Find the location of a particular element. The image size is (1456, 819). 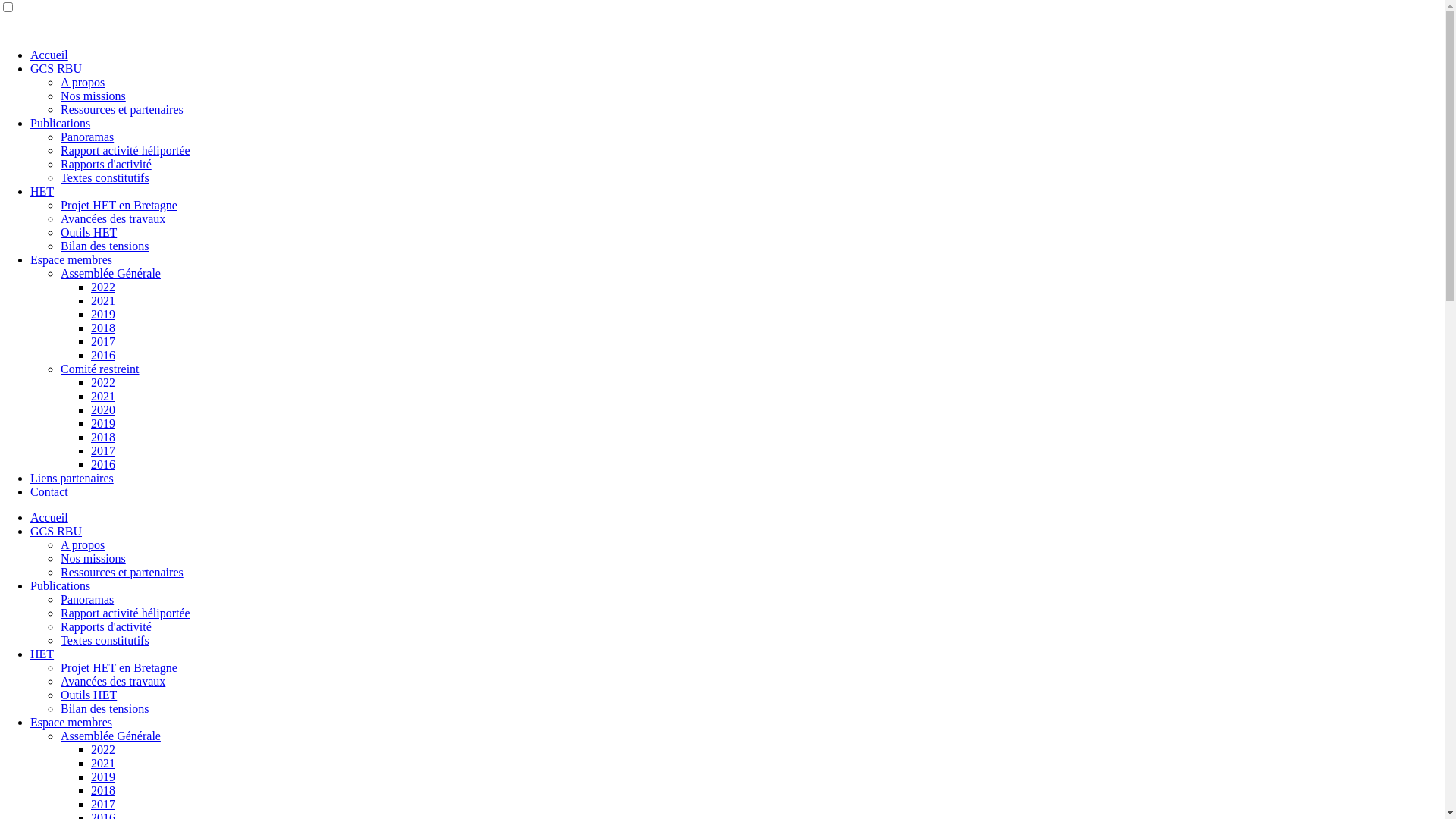

'Liens partenaires' is located at coordinates (30, 478).